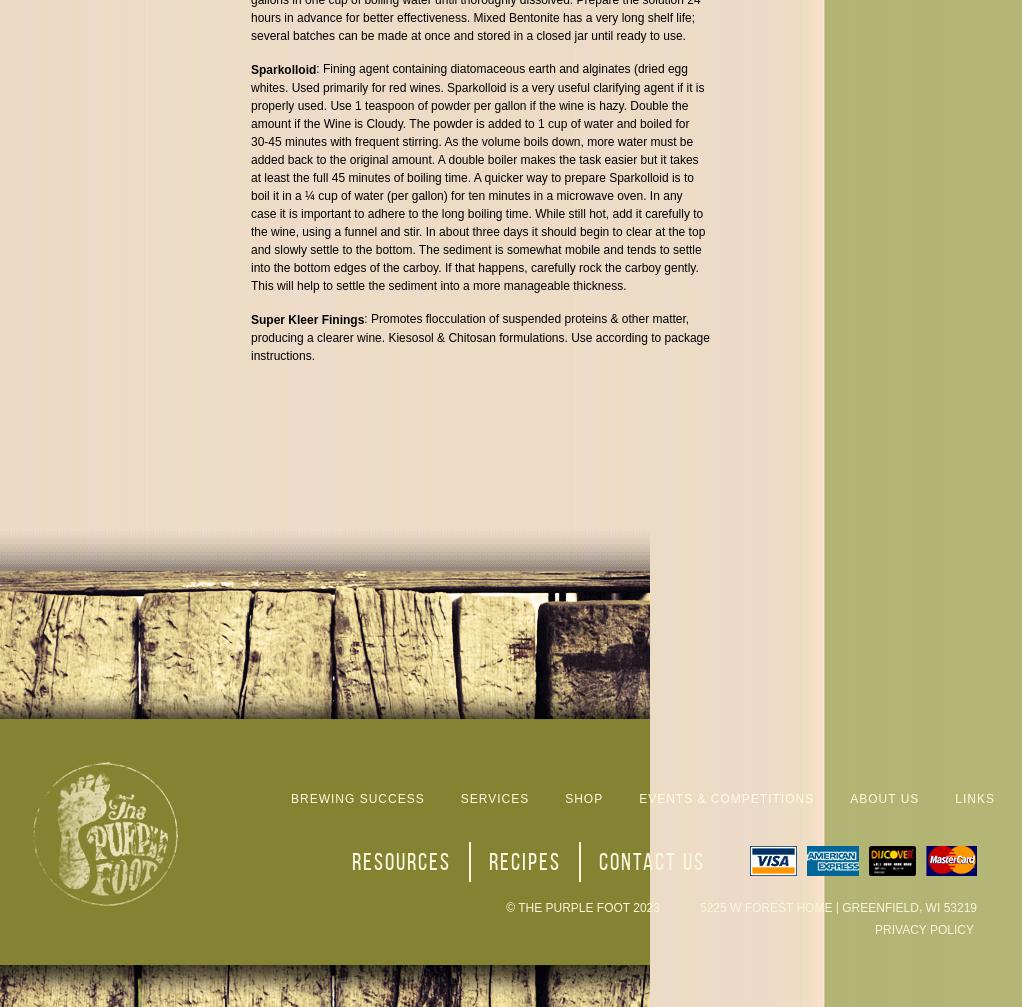 The image size is (1022, 1007). Describe the element at coordinates (399, 860) in the screenshot. I see `'Resources'` at that location.